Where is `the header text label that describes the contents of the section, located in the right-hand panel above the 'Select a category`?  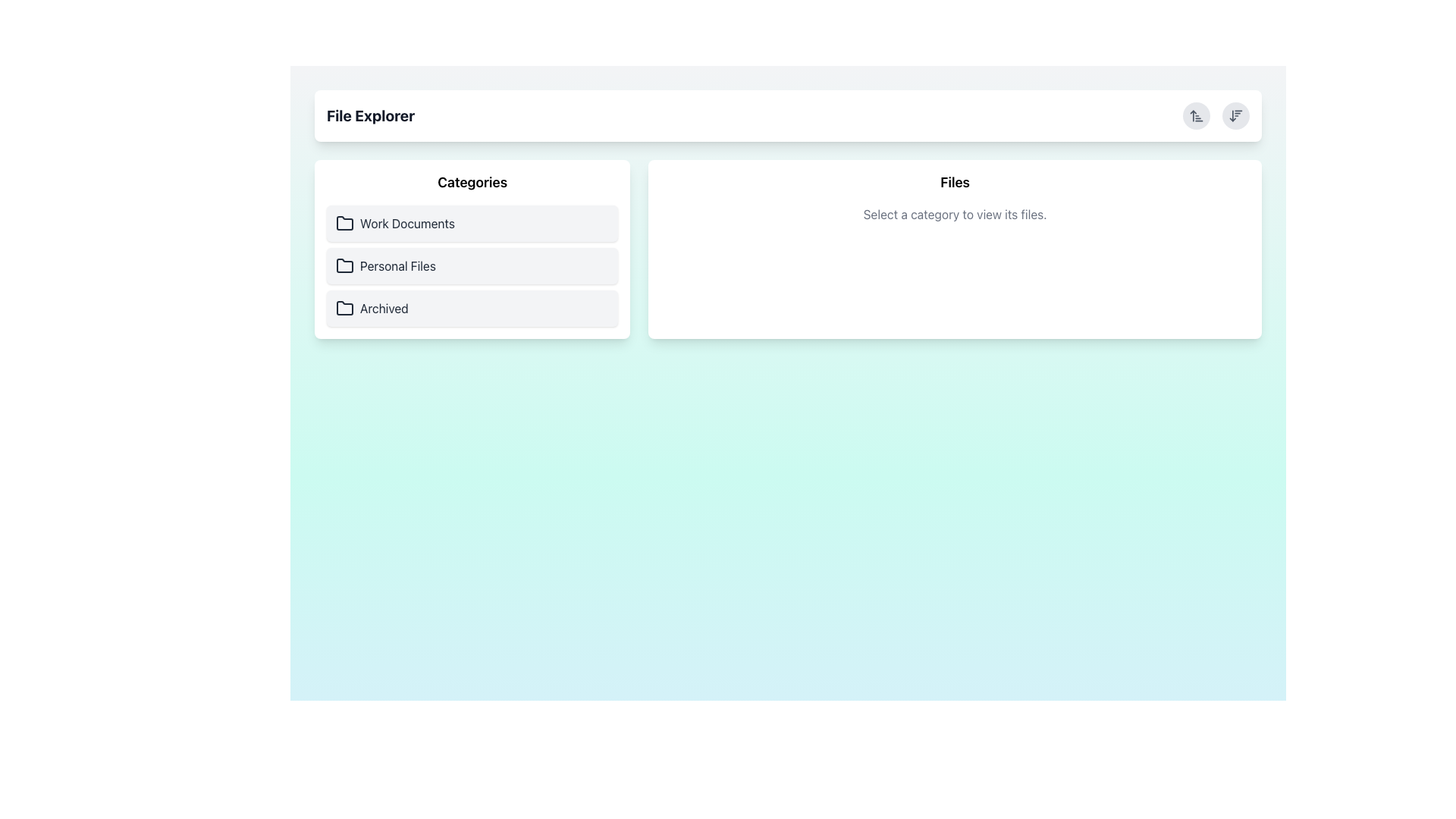
the header text label that describes the contents of the section, located in the right-hand panel above the 'Select a category is located at coordinates (954, 181).